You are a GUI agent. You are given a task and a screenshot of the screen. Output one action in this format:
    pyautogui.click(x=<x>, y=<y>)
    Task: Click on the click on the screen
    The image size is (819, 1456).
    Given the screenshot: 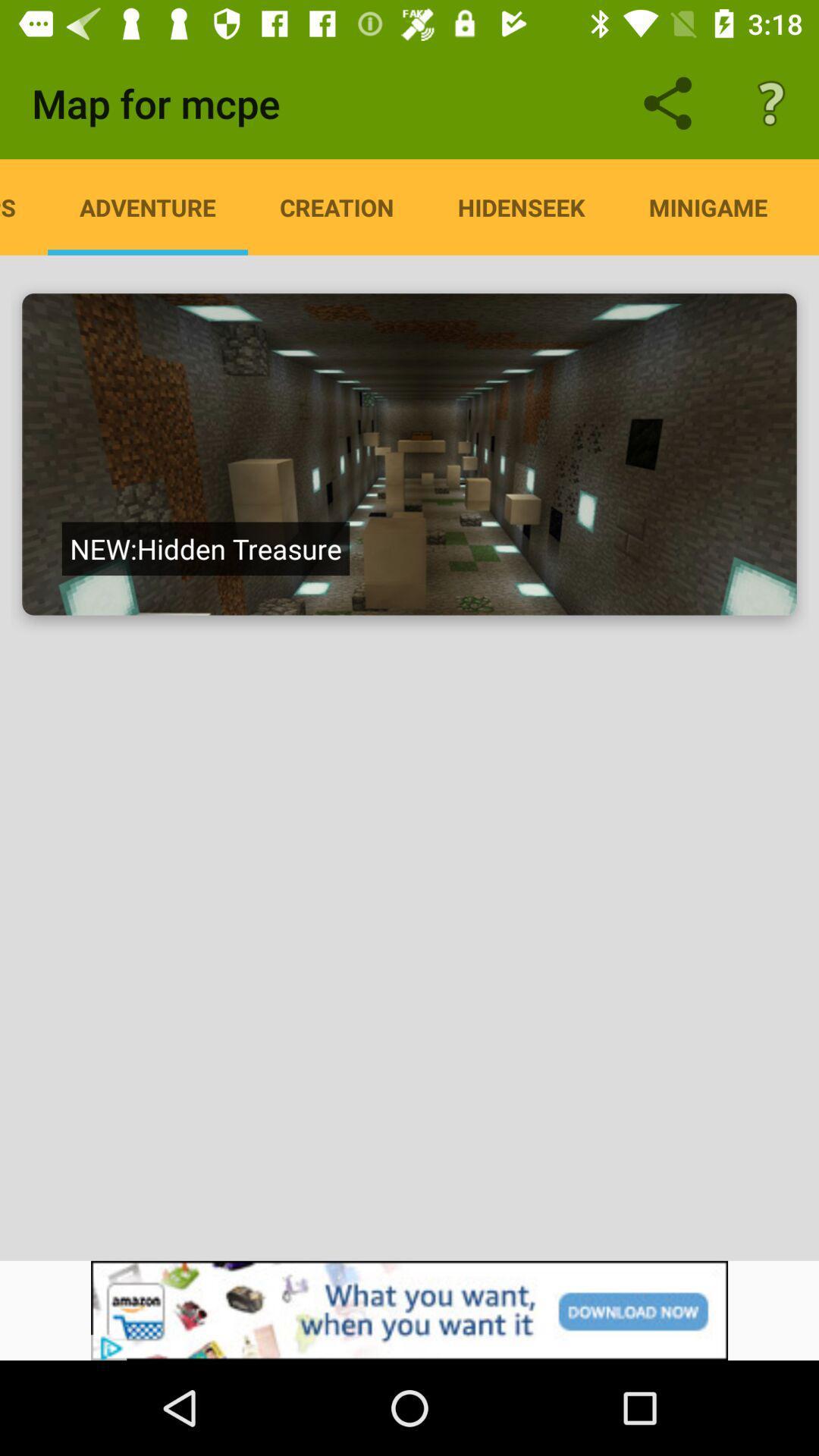 What is the action you would take?
    pyautogui.click(x=409, y=453)
    